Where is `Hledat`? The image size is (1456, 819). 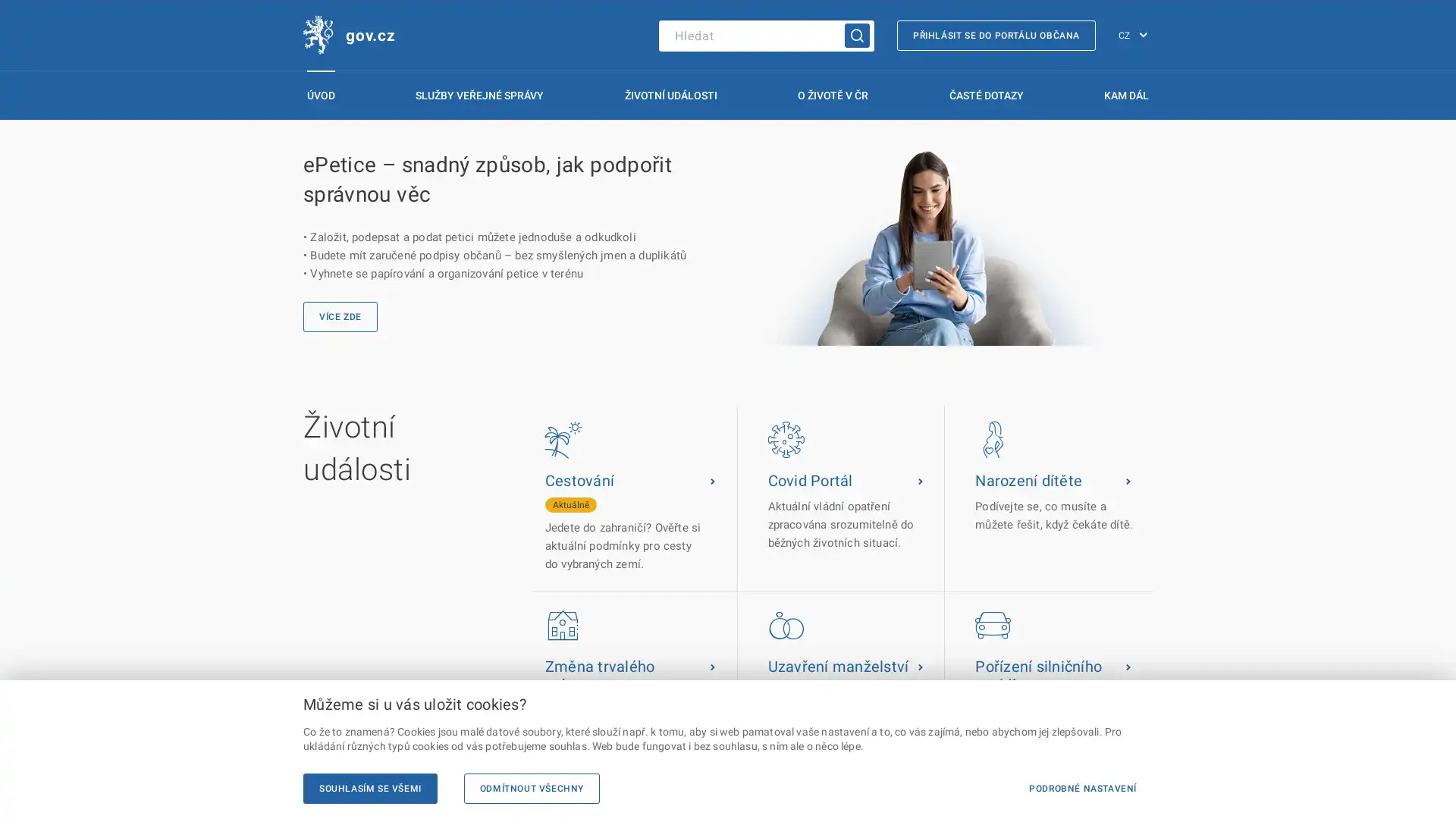
Hledat is located at coordinates (857, 34).